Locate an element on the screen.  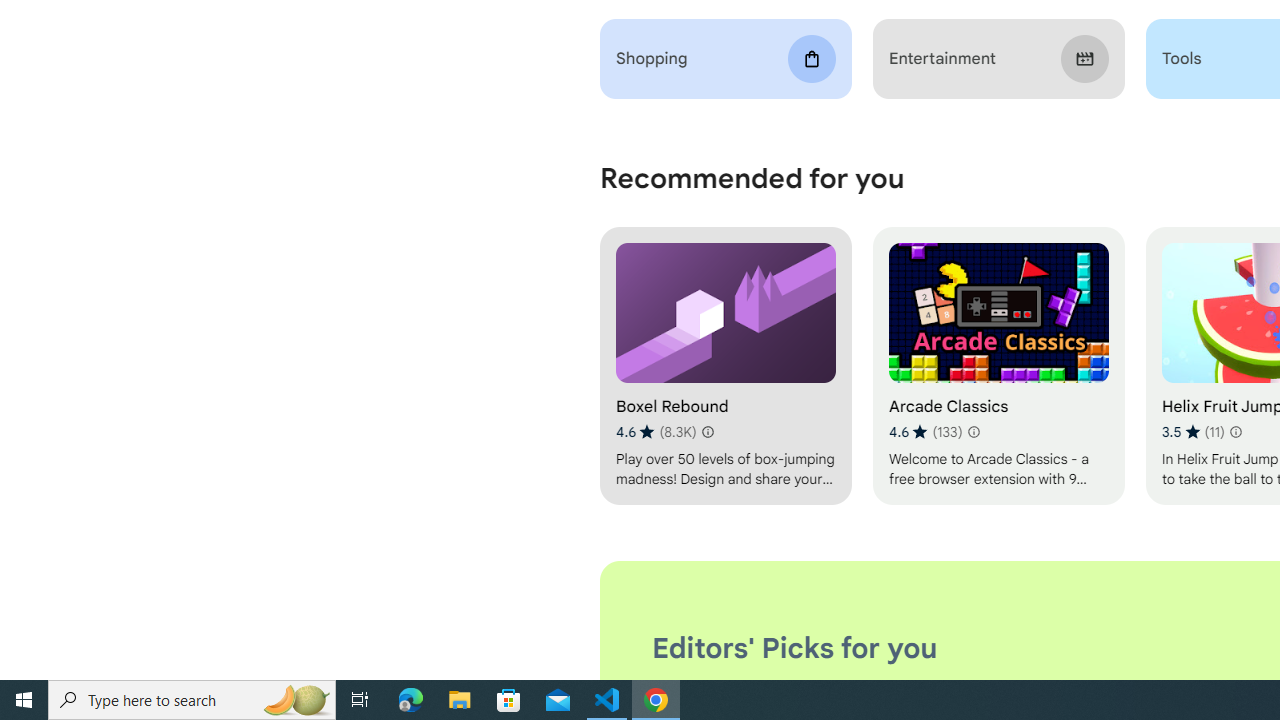
'Learn more about results and reviews "Boxel Rebound"' is located at coordinates (707, 431).